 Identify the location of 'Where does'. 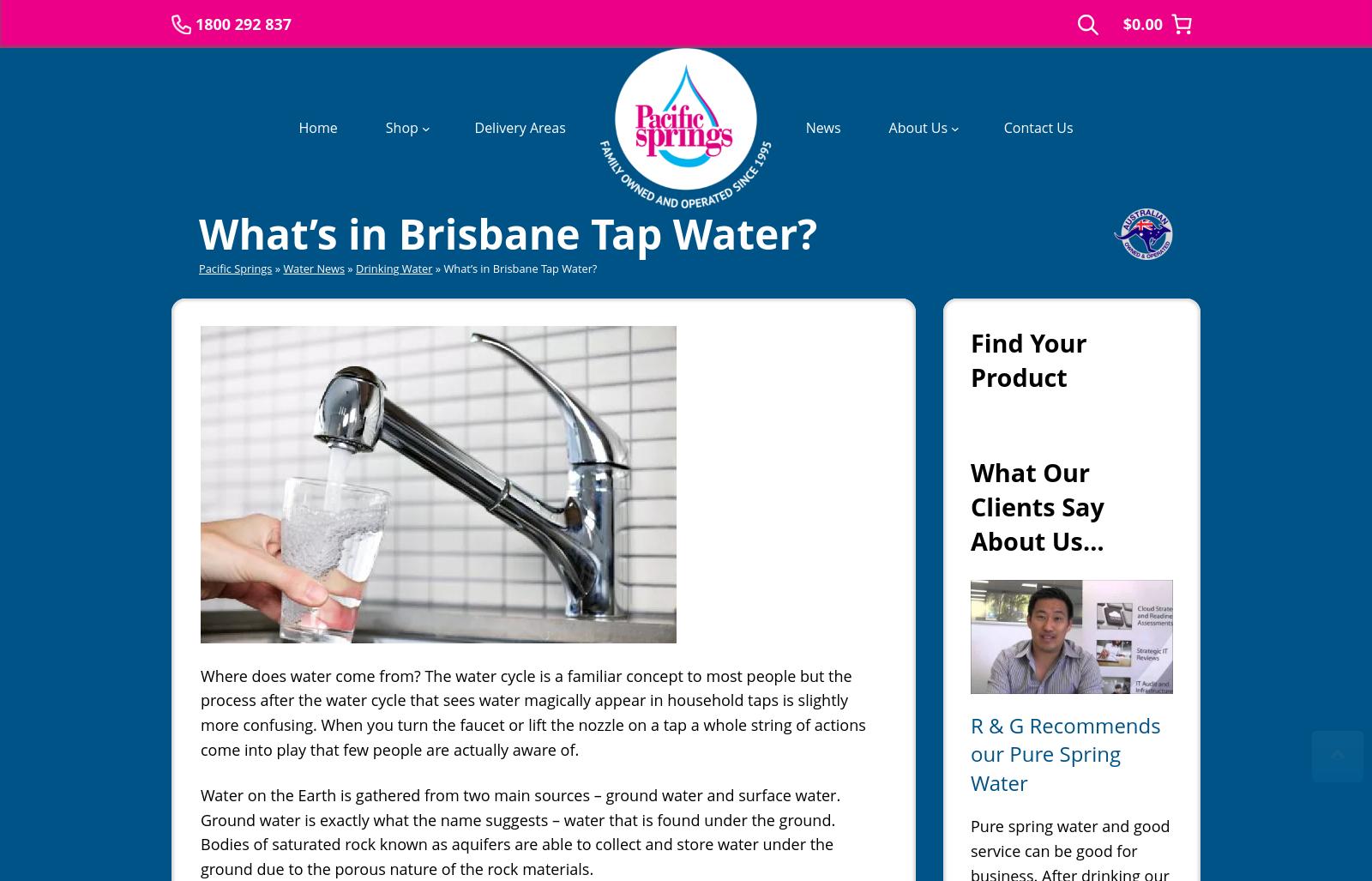
(244, 673).